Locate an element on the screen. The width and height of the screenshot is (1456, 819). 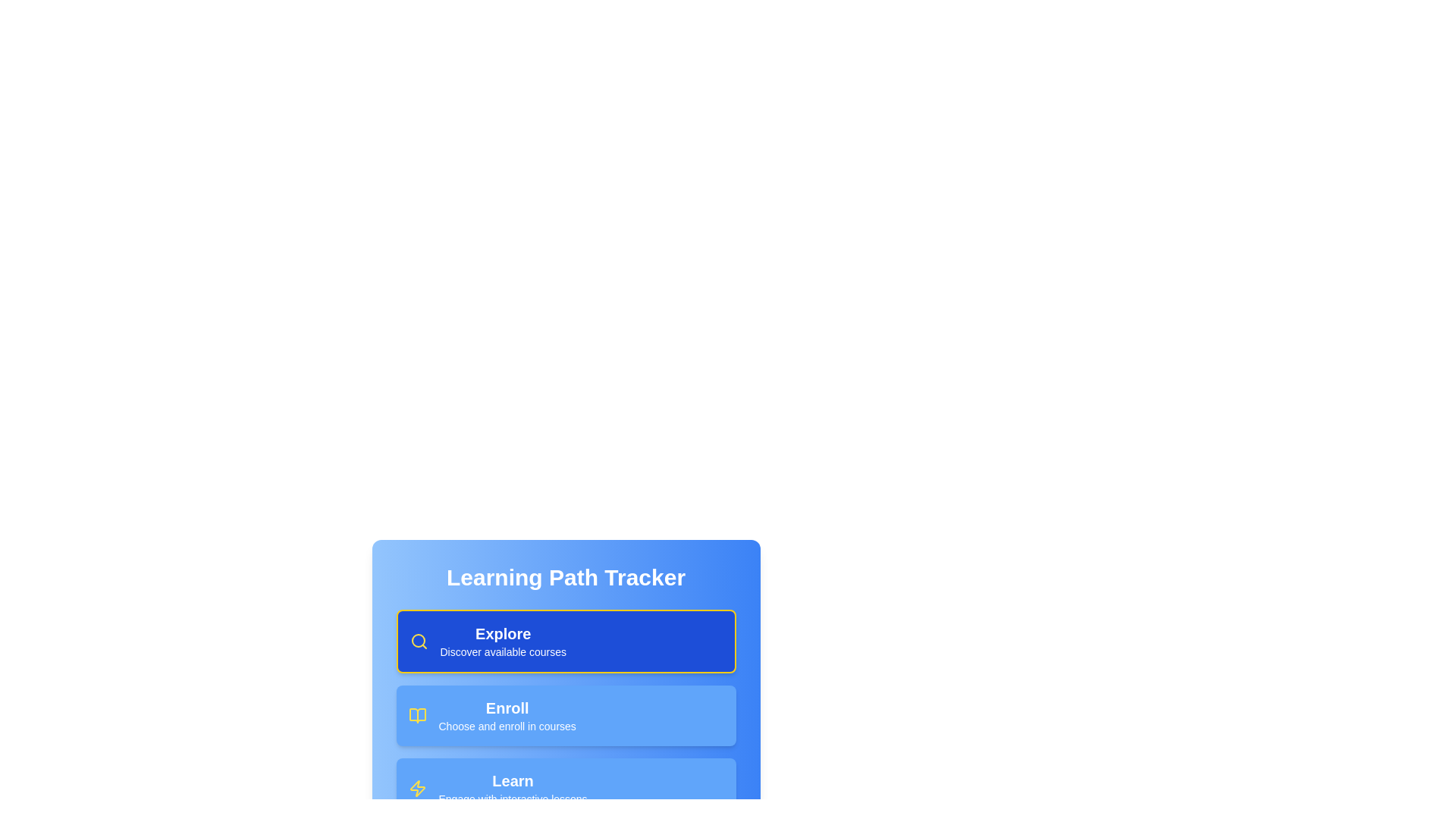
the 'Explore' text block, which is bold and larger, located above the 'Discover available courses' text, on a blue background is located at coordinates (503, 641).